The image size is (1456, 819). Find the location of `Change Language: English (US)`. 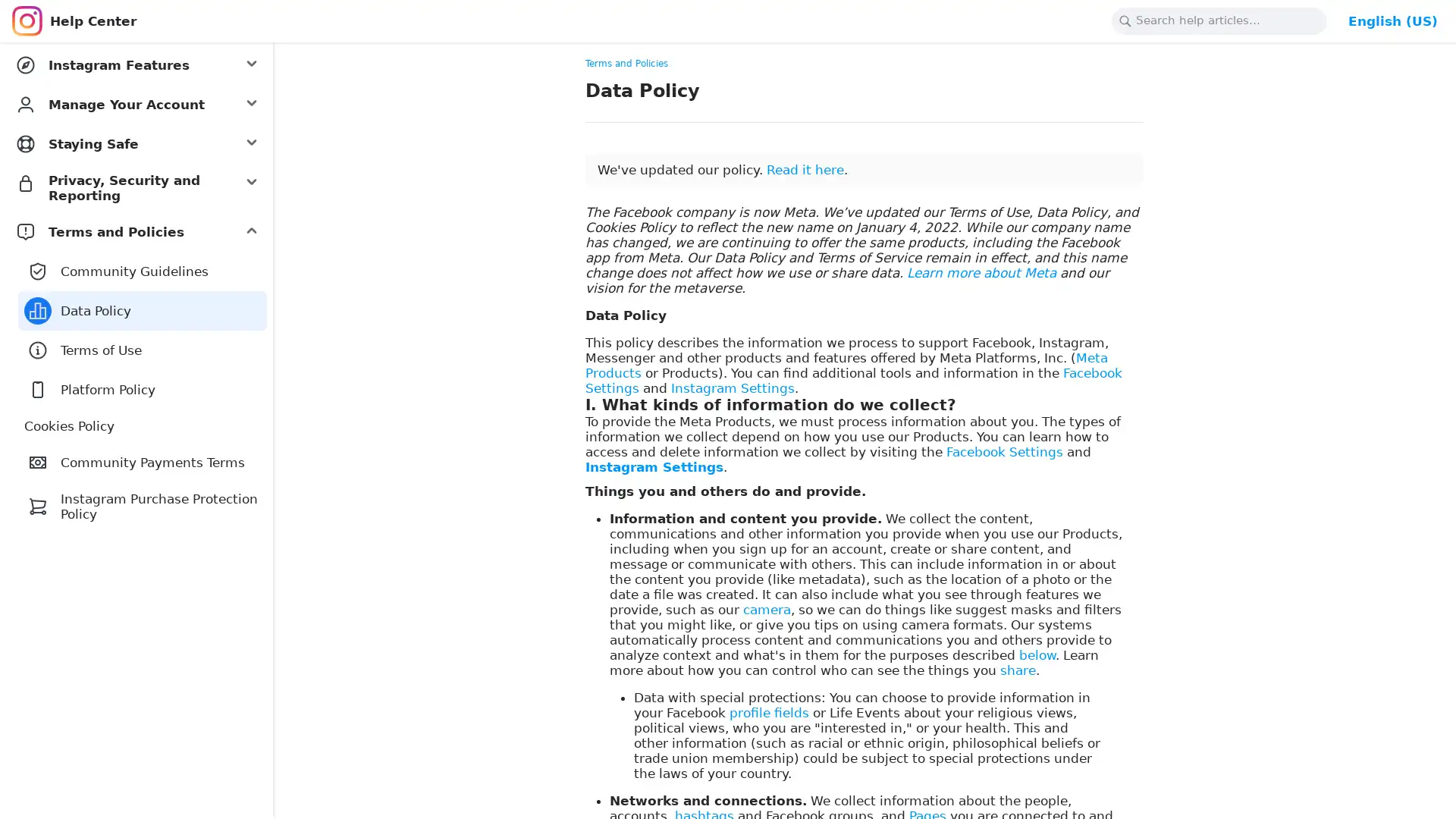

Change Language: English (US) is located at coordinates (1393, 20).